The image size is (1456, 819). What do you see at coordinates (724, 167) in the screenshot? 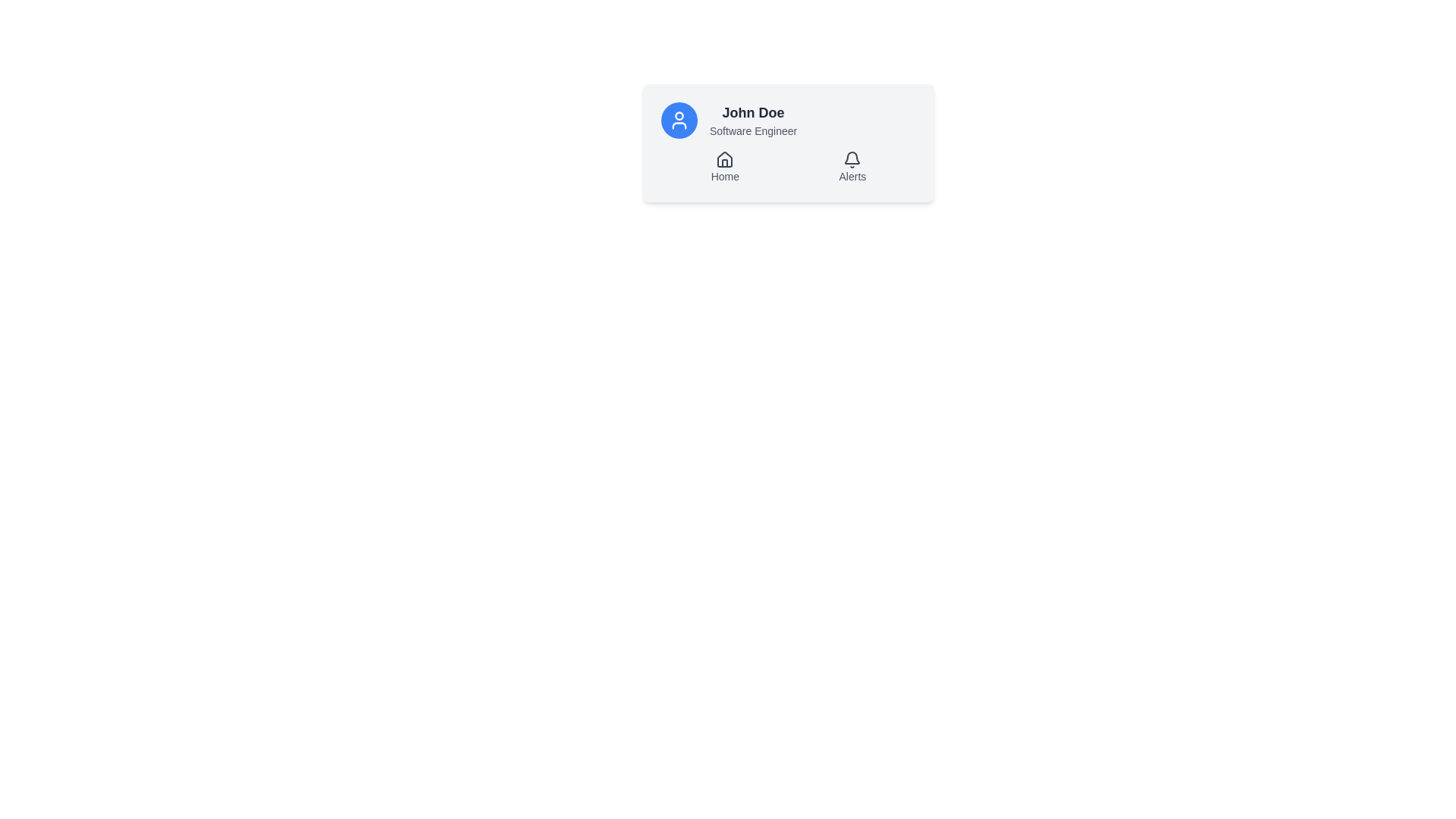
I see `the first navigation item` at bounding box center [724, 167].